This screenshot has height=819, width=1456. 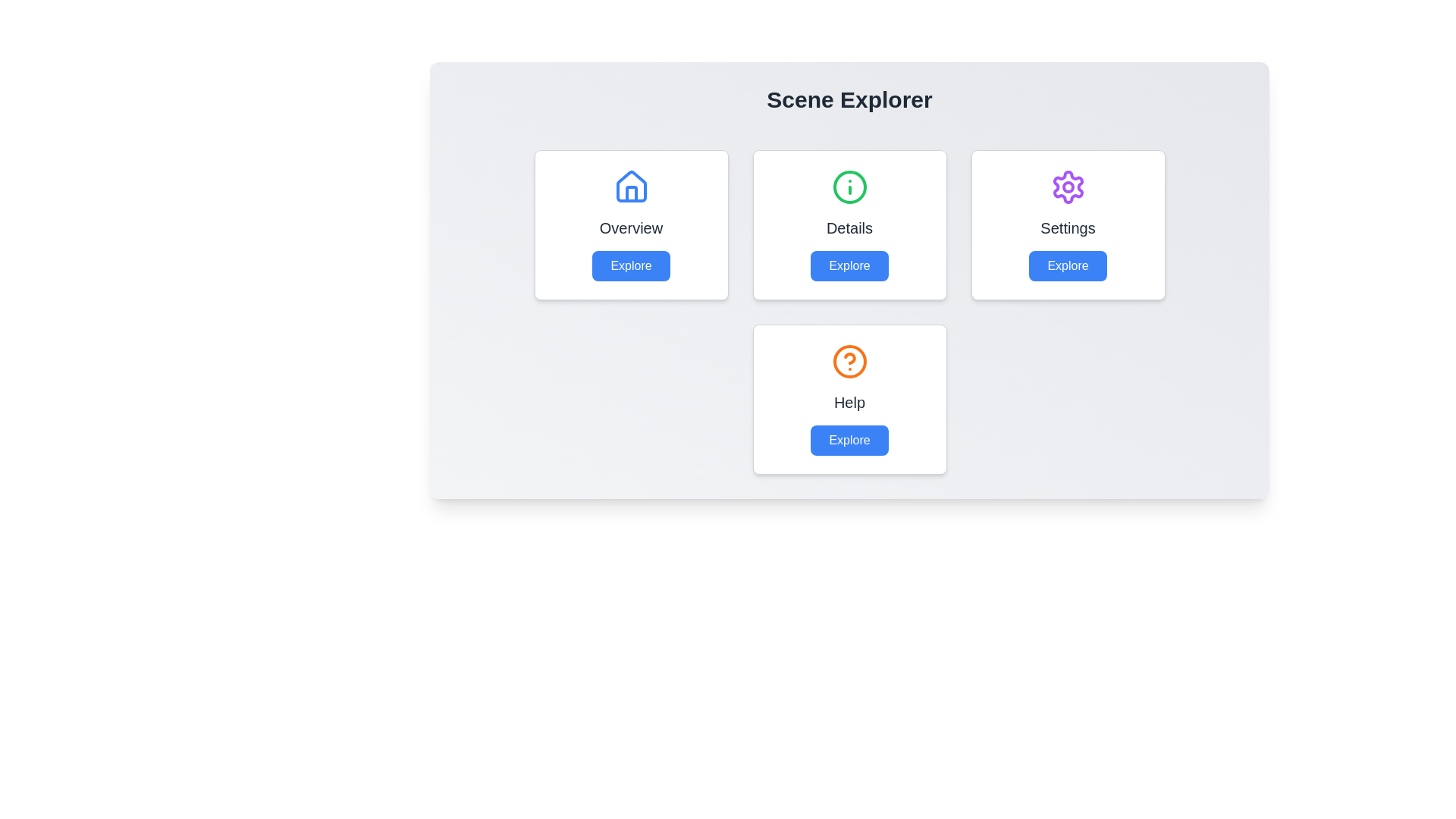 I want to click on the blue button with rounded corners that has the white text 'Explore', located at the bottom of the 'Help' section within its card, so click(x=849, y=441).